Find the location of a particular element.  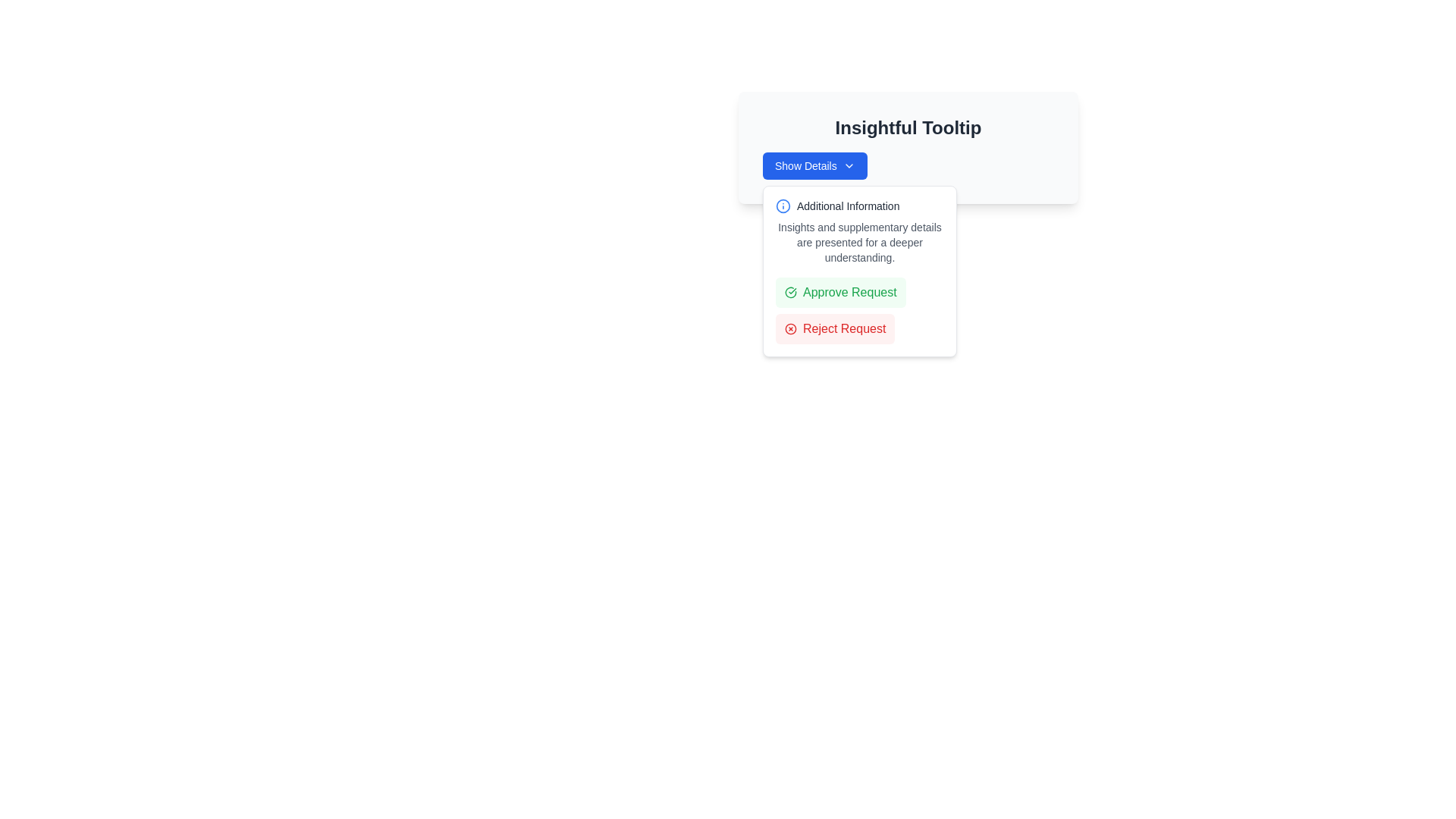

the blue circle icon with the letter 'i' in the 'Additional Information' text display is located at coordinates (859, 206).